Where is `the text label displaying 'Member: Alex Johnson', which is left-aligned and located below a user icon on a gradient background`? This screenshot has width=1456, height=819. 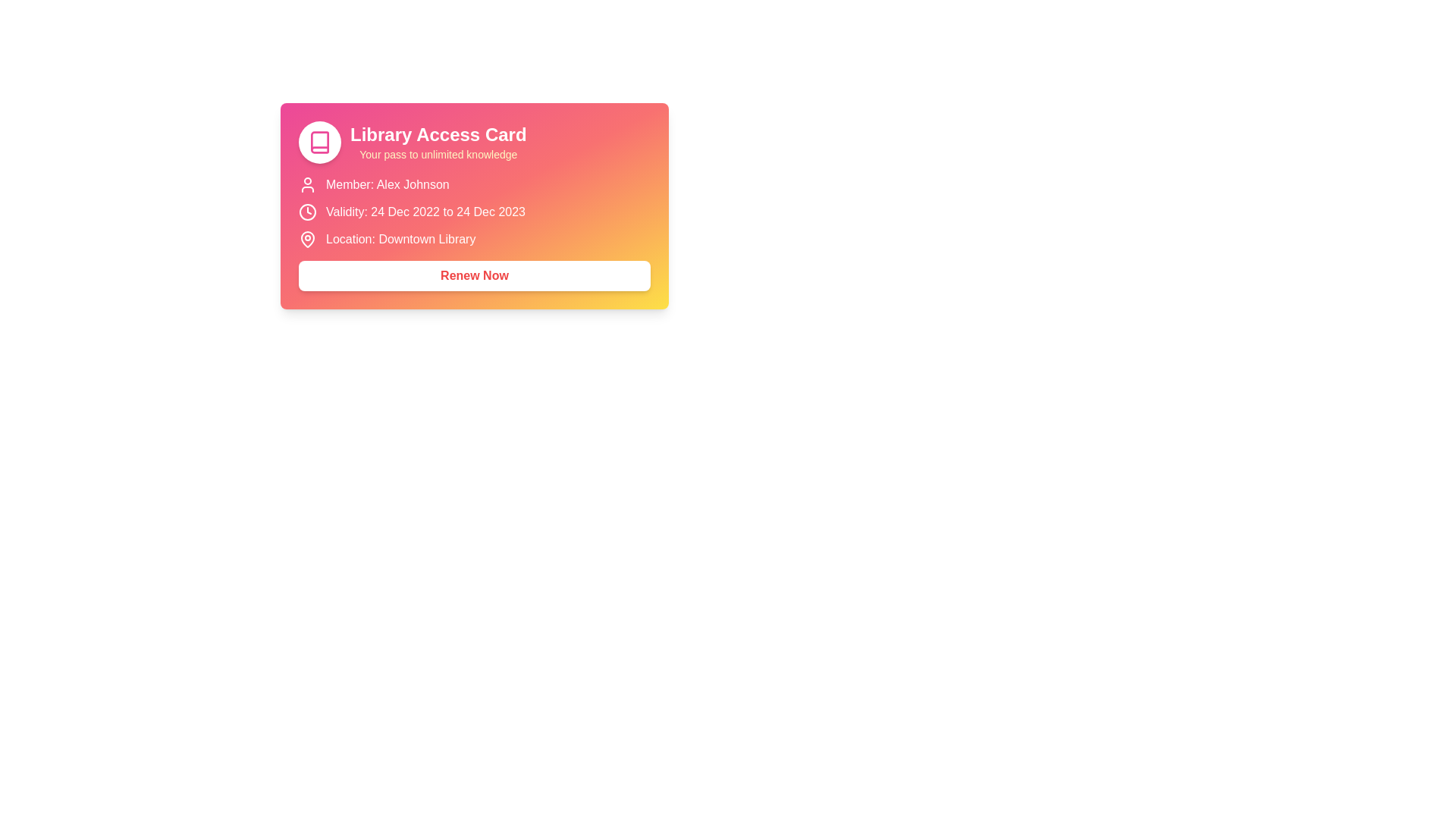 the text label displaying 'Member: Alex Johnson', which is left-aligned and located below a user icon on a gradient background is located at coordinates (388, 184).